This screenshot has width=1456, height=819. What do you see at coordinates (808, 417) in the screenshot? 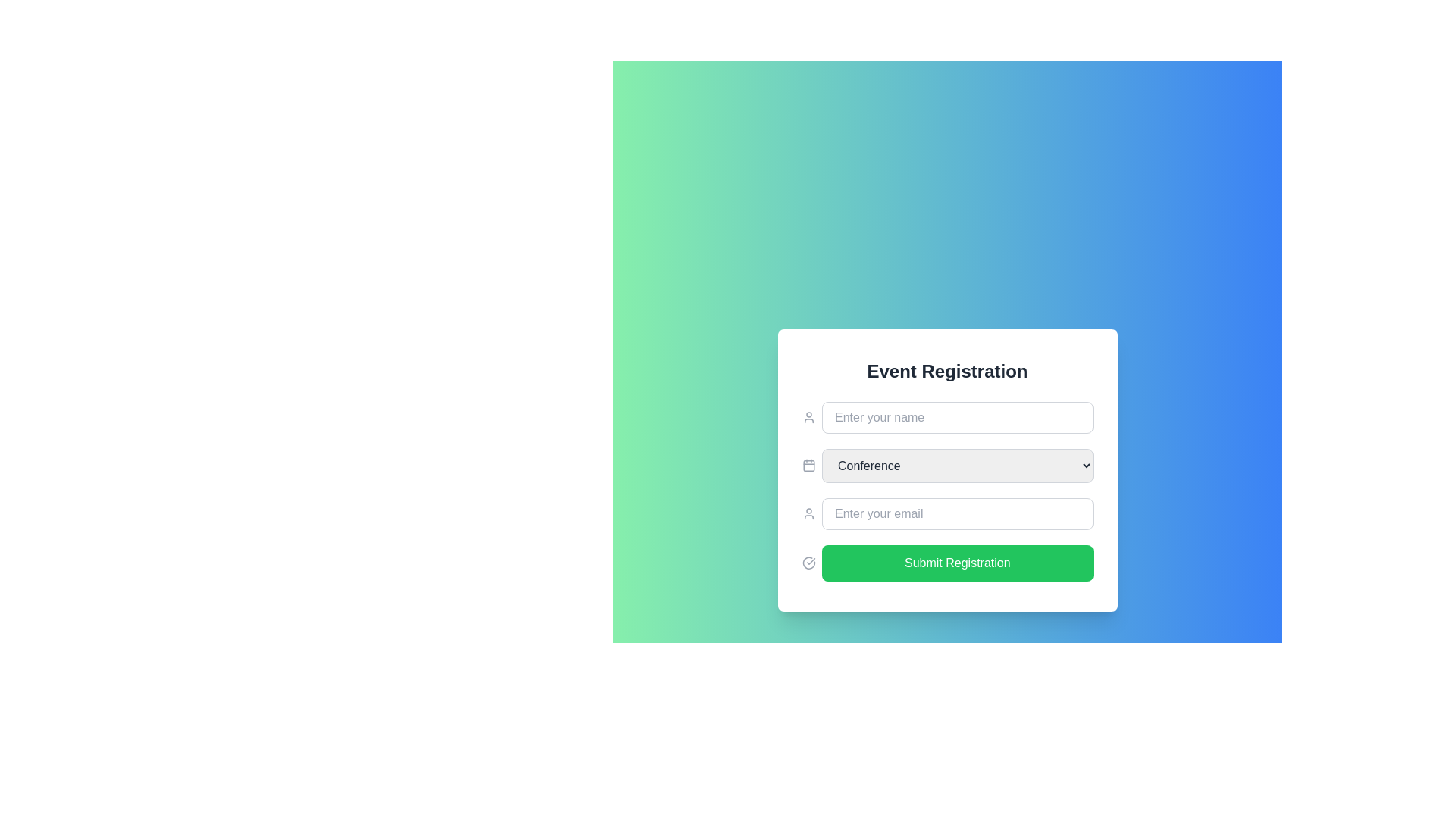
I see `the icon located on the left side of the text input box for entering a user's name, positioned between the 'Enter your name' placeholder and the form label` at bounding box center [808, 417].